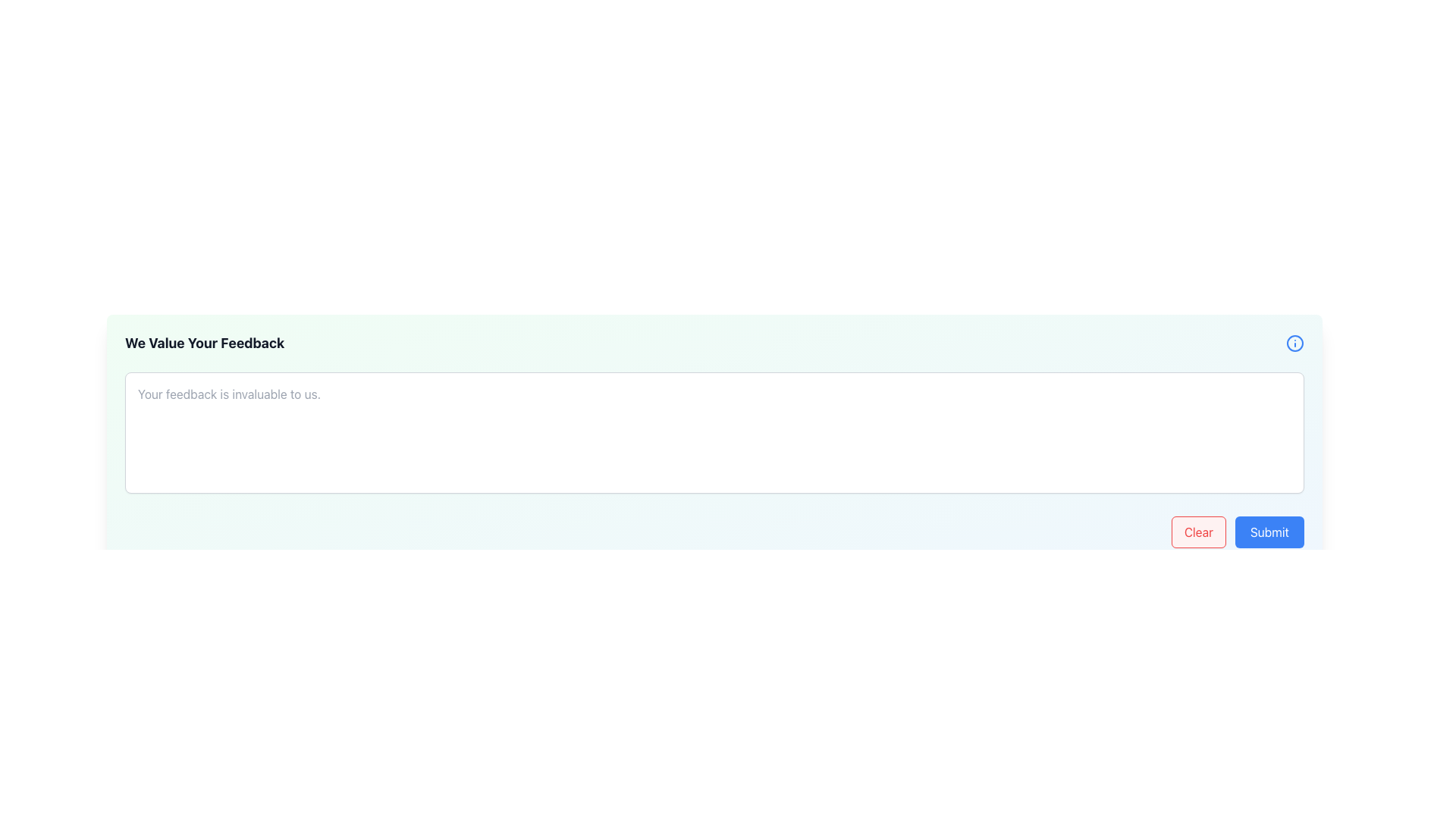 The height and width of the screenshot is (819, 1456). What do you see at coordinates (1294, 343) in the screenshot?
I see `the circular blue outlined information icon located at the top-right corner of the feedback form panel` at bounding box center [1294, 343].